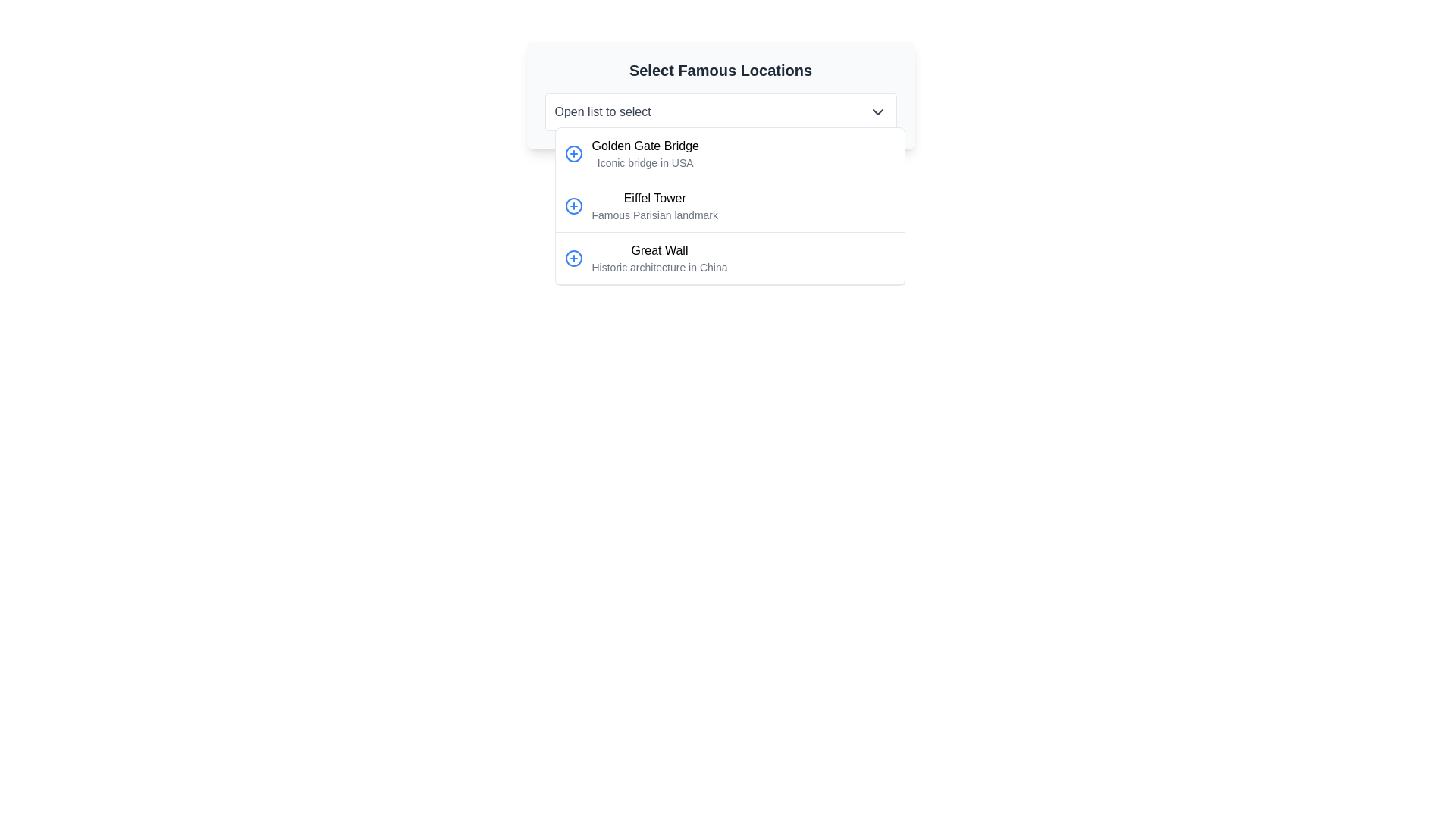 The height and width of the screenshot is (819, 1456). Describe the element at coordinates (730, 258) in the screenshot. I see `the third item in the 'Select Famous Locations' dropdown menu, which represents the Great Wall archetype` at that location.